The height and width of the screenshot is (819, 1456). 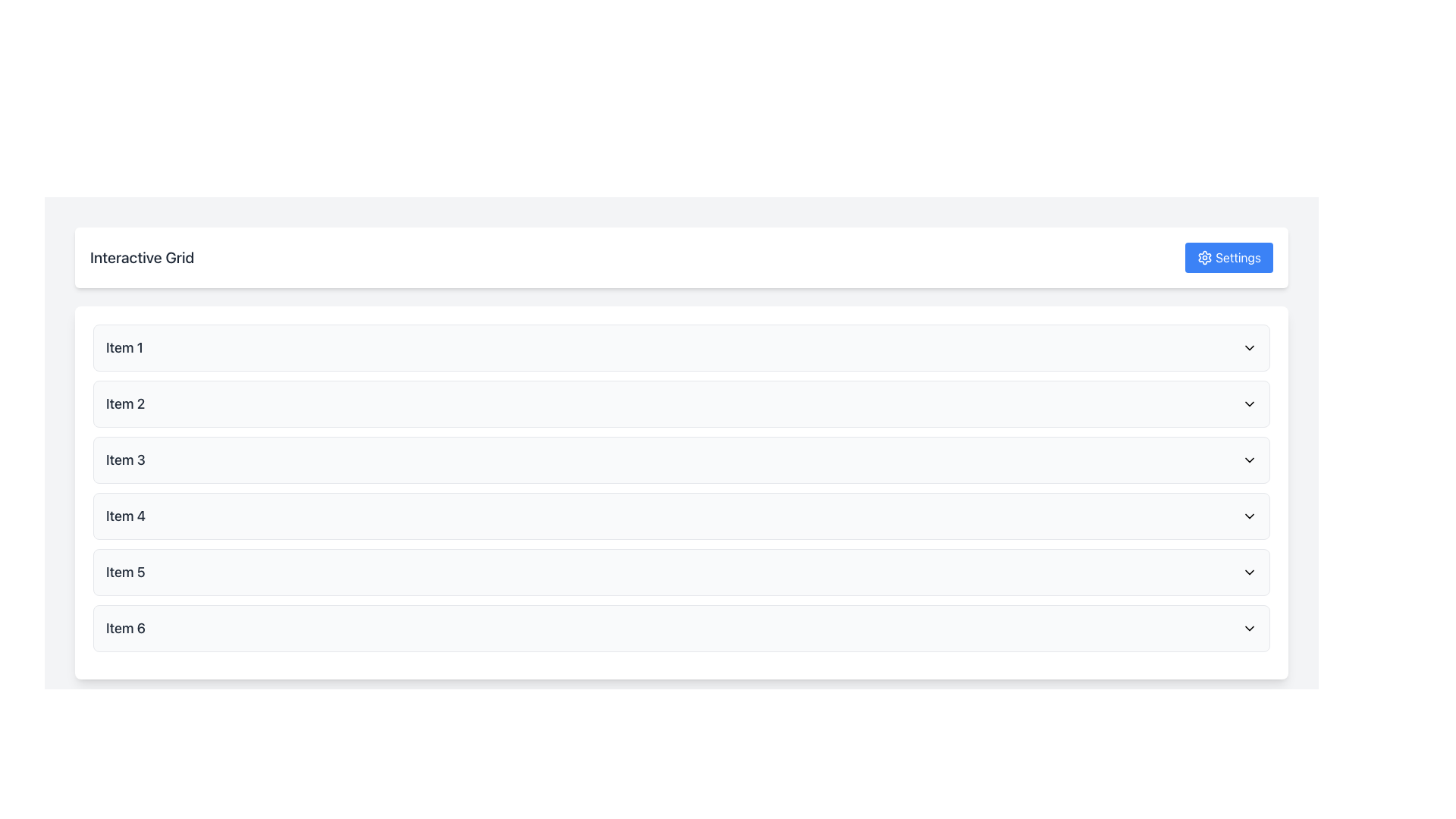 I want to click on the Dropdown toggle icon located at the far right of the 'Item 1' row in the interactive grid, so click(x=1249, y=348).